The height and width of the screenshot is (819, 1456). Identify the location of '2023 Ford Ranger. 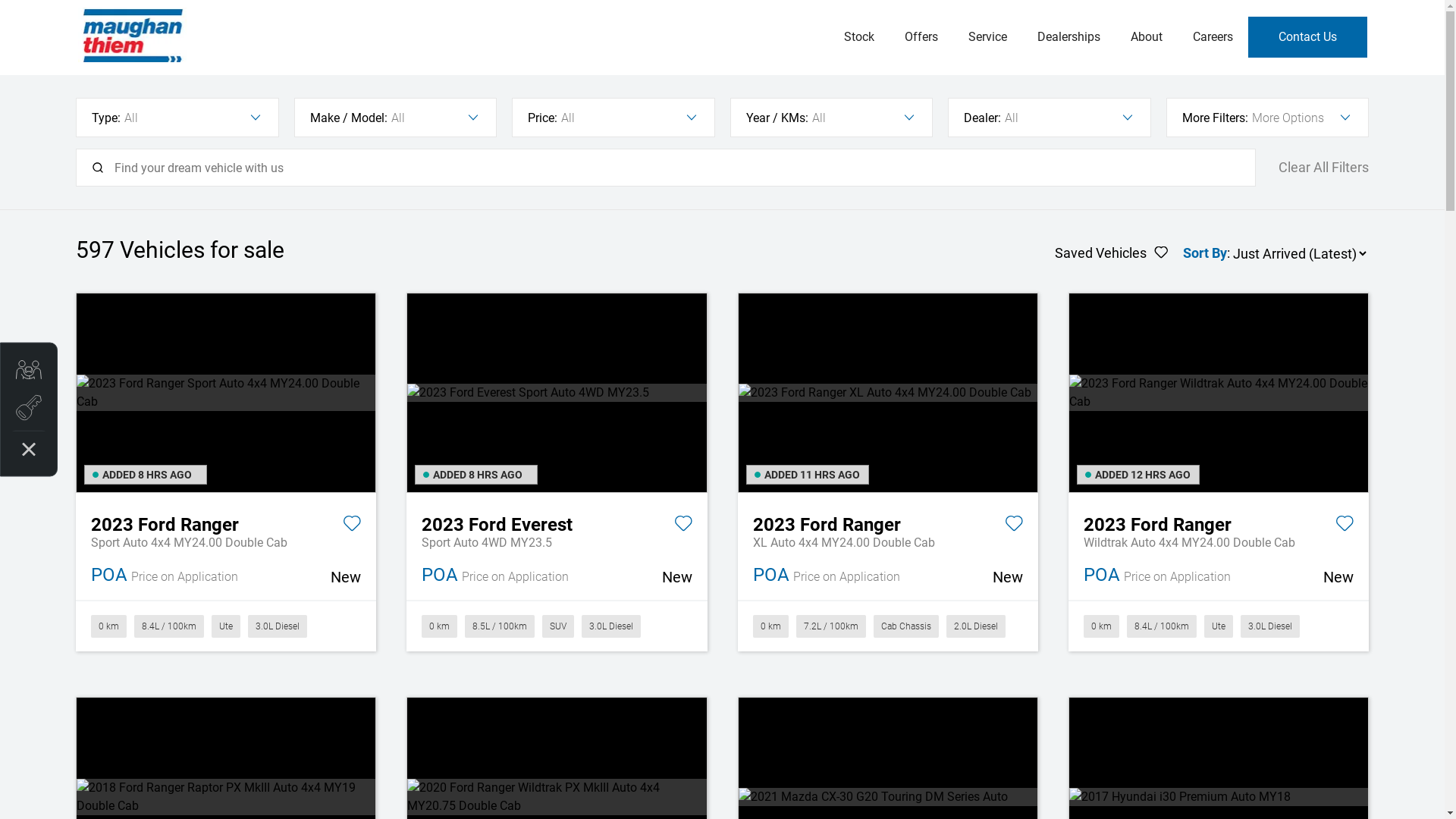
(224, 522).